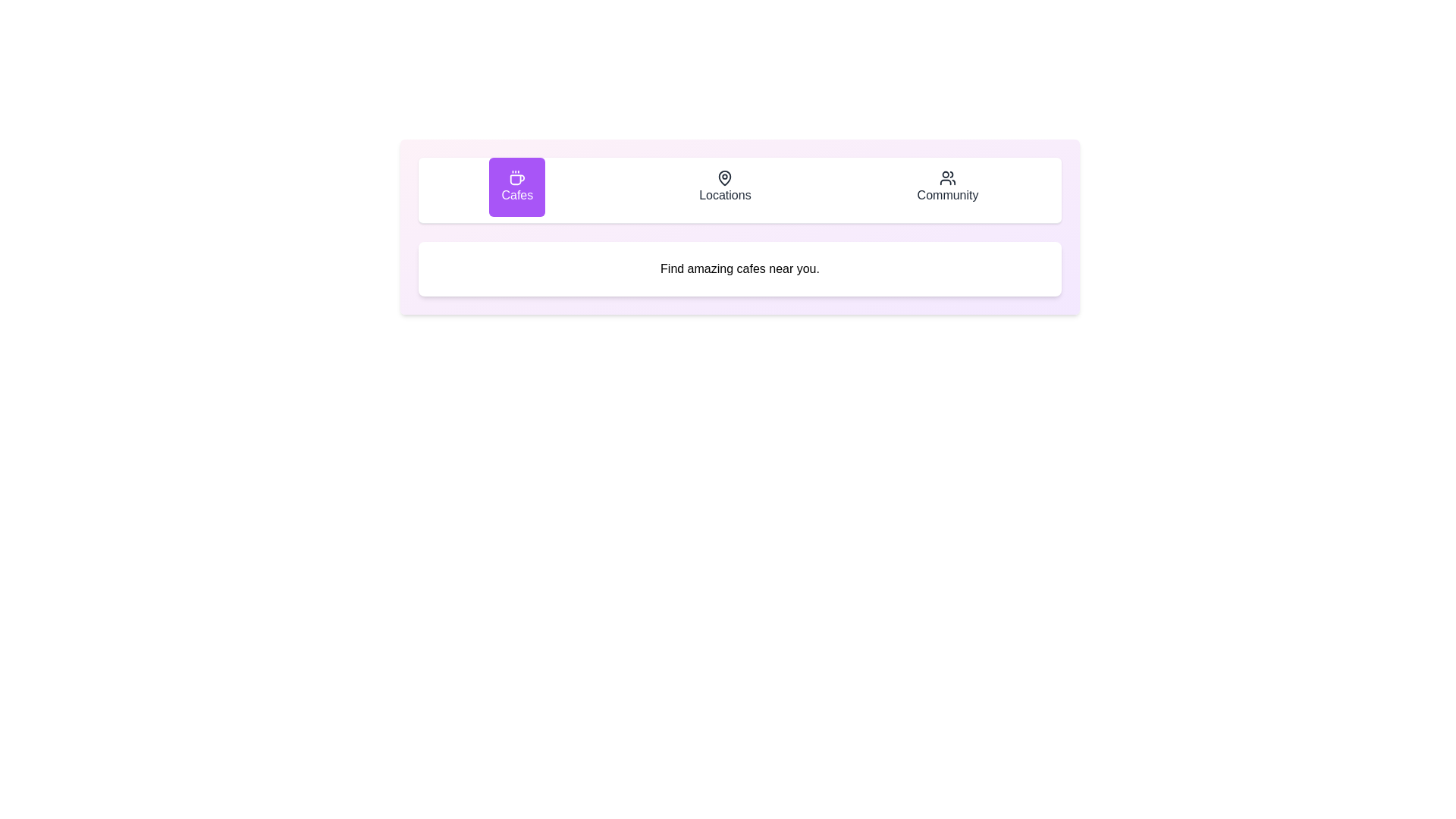 Image resolution: width=1456 pixels, height=819 pixels. What do you see at coordinates (947, 177) in the screenshot?
I see `the 'Community' icon, which represents a group of people with a line art design, located in the top-right menu bar for navigation` at bounding box center [947, 177].